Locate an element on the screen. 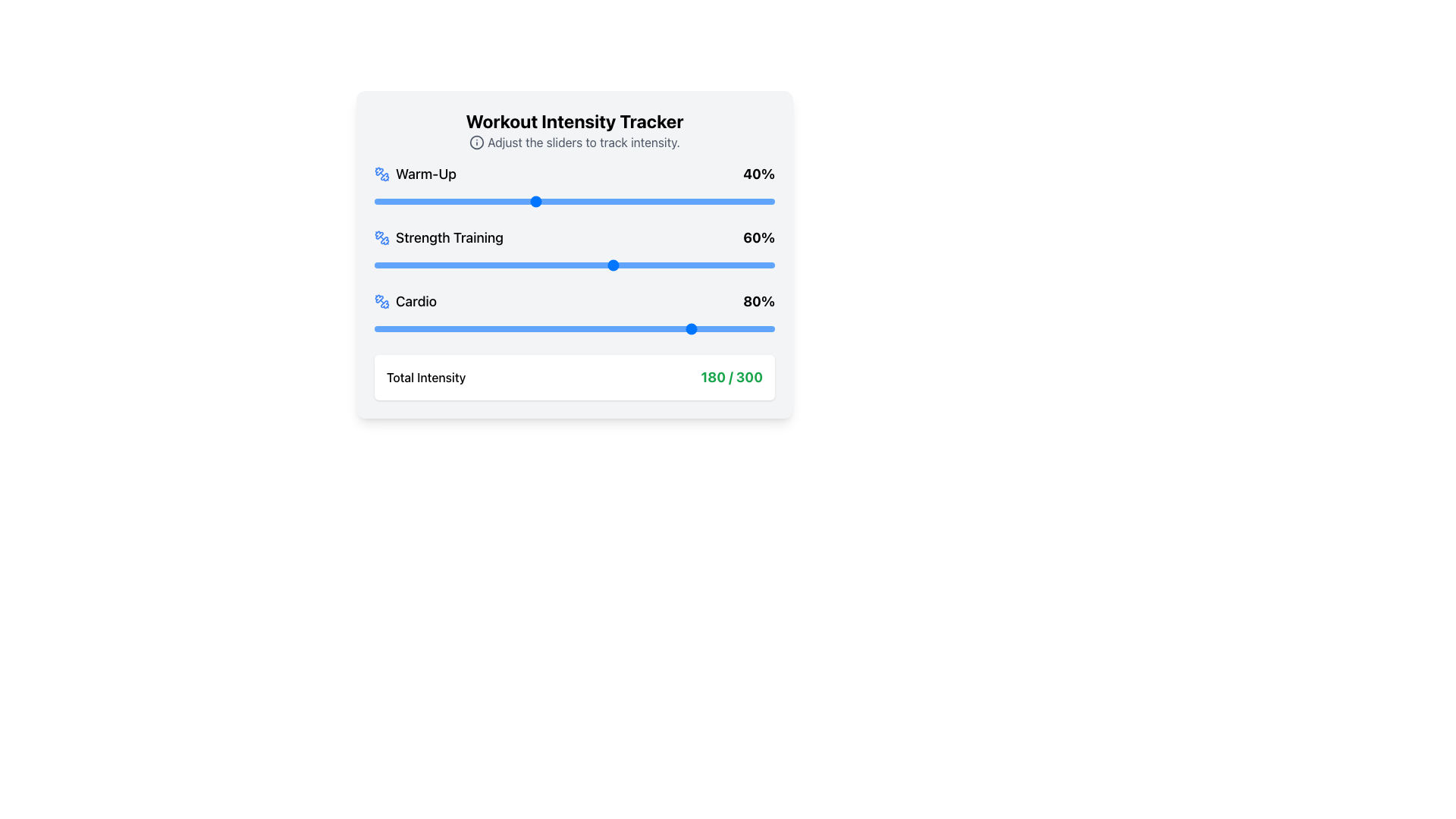 The image size is (1456, 819). the cardio intensity slider is located at coordinates (767, 328).